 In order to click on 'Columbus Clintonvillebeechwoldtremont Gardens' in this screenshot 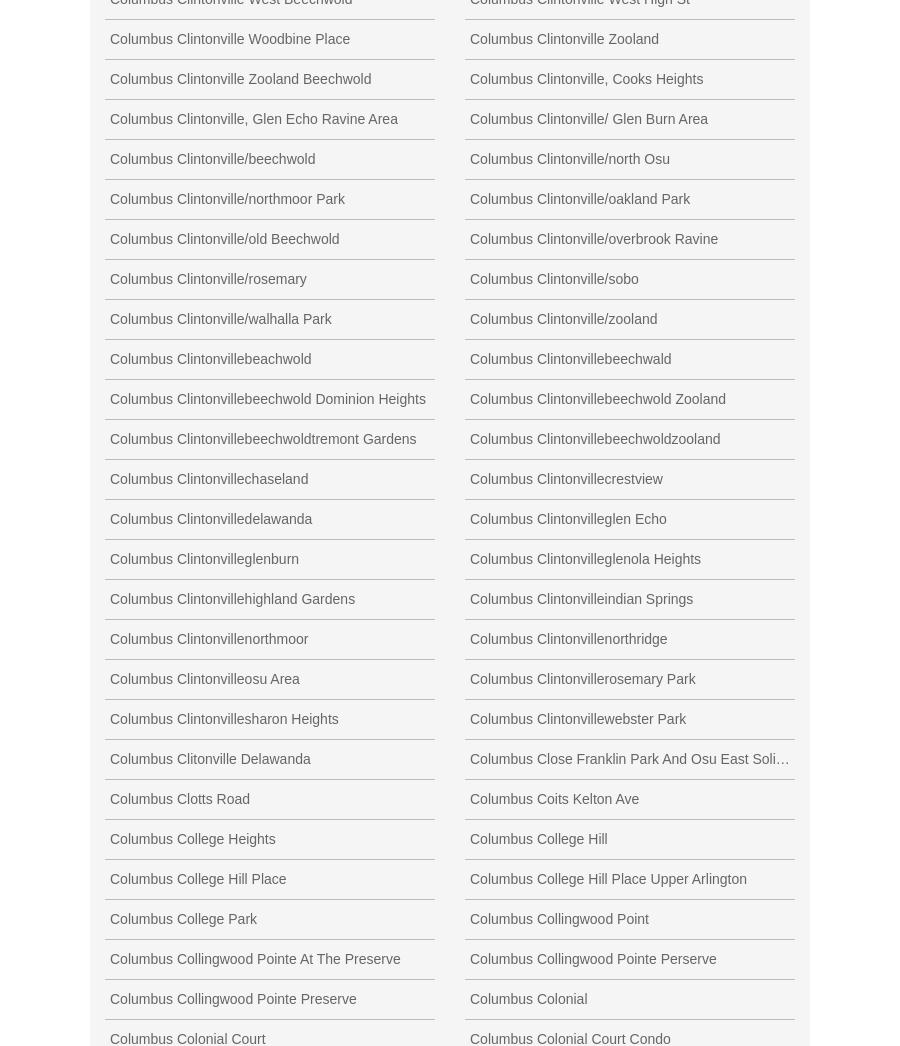, I will do `click(261, 436)`.